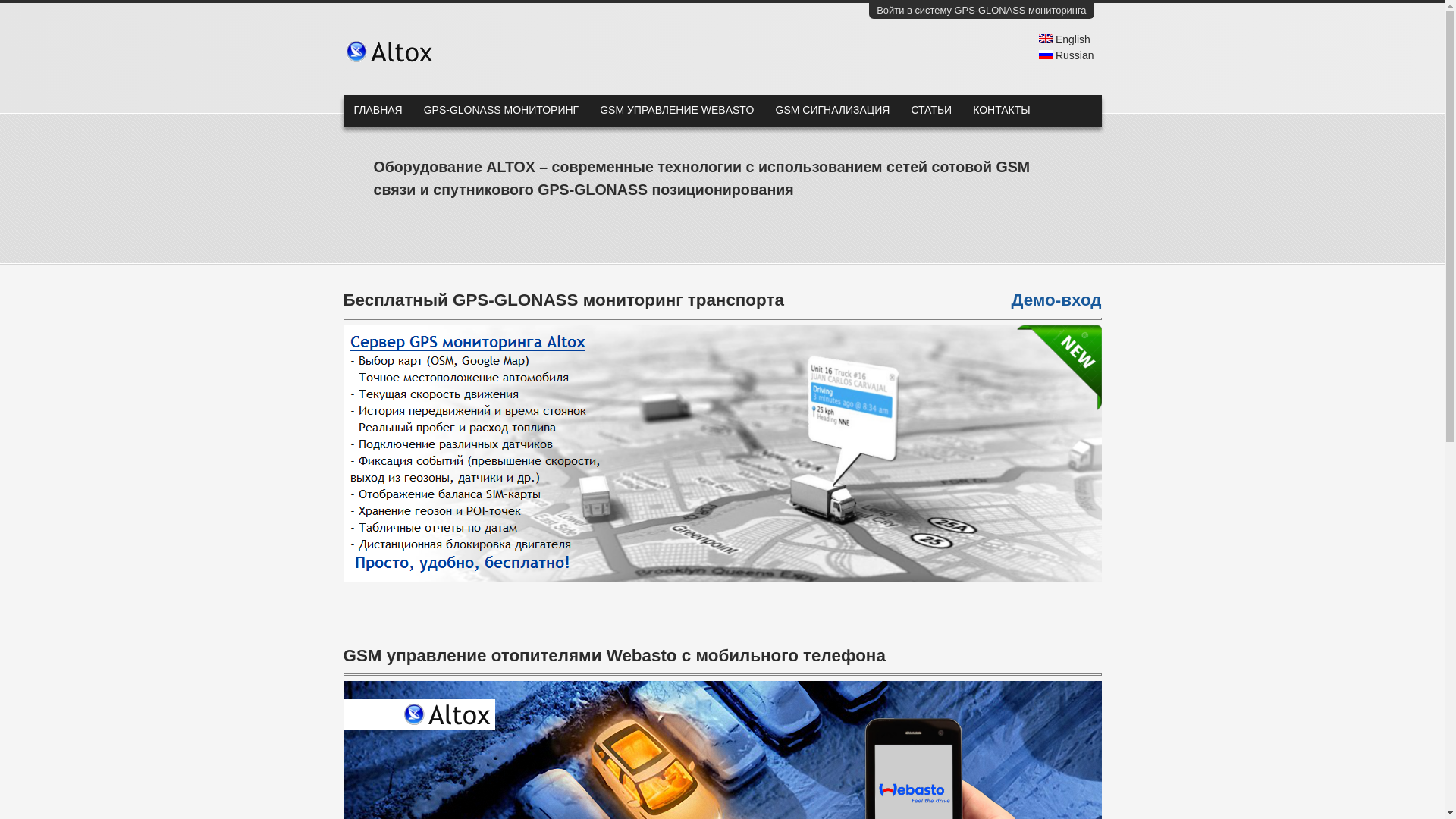  I want to click on ' Russian', so click(1065, 55).